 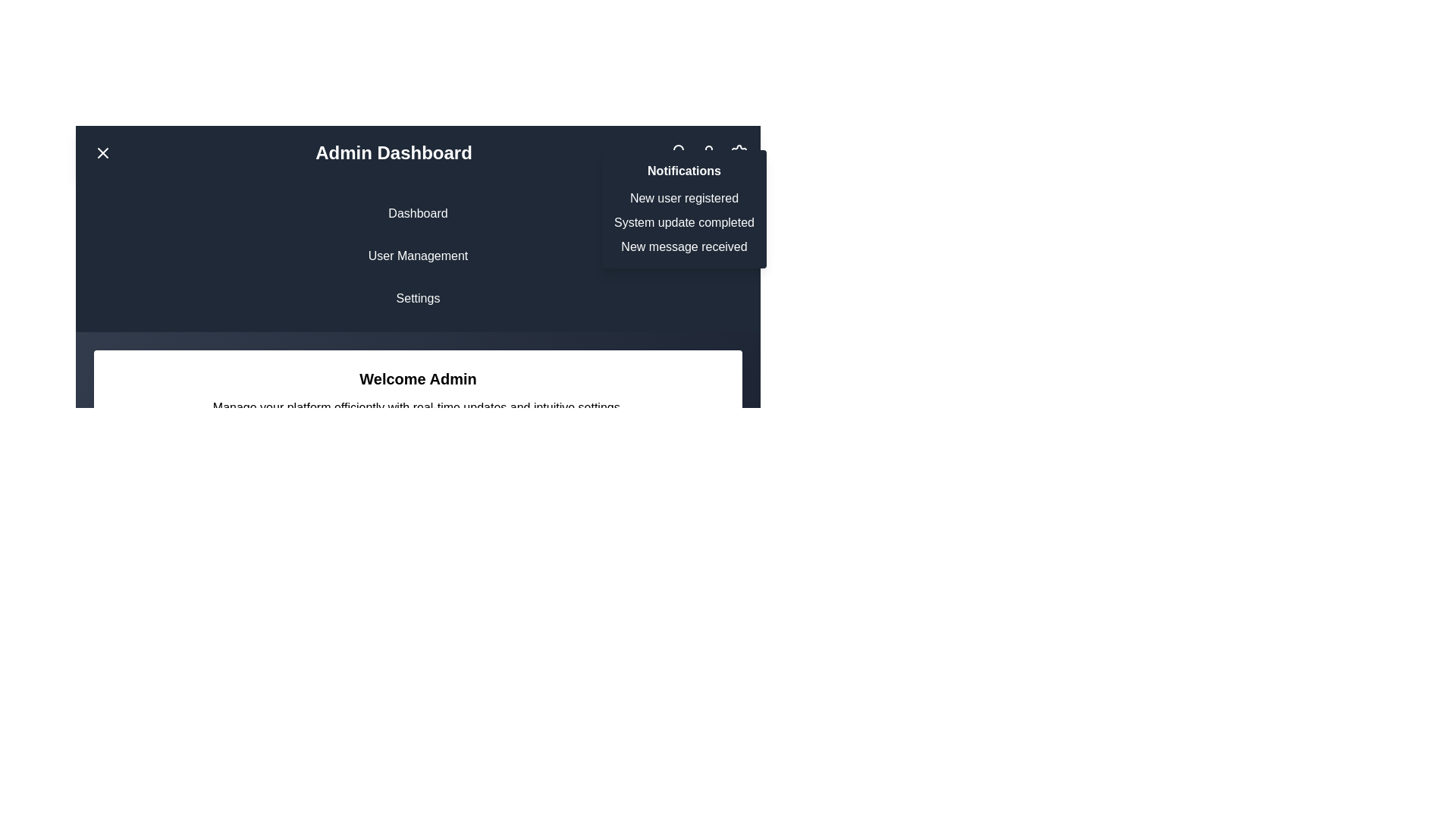 What do you see at coordinates (677, 152) in the screenshot?
I see `the bell icon to toggle the notification panel visibility` at bounding box center [677, 152].